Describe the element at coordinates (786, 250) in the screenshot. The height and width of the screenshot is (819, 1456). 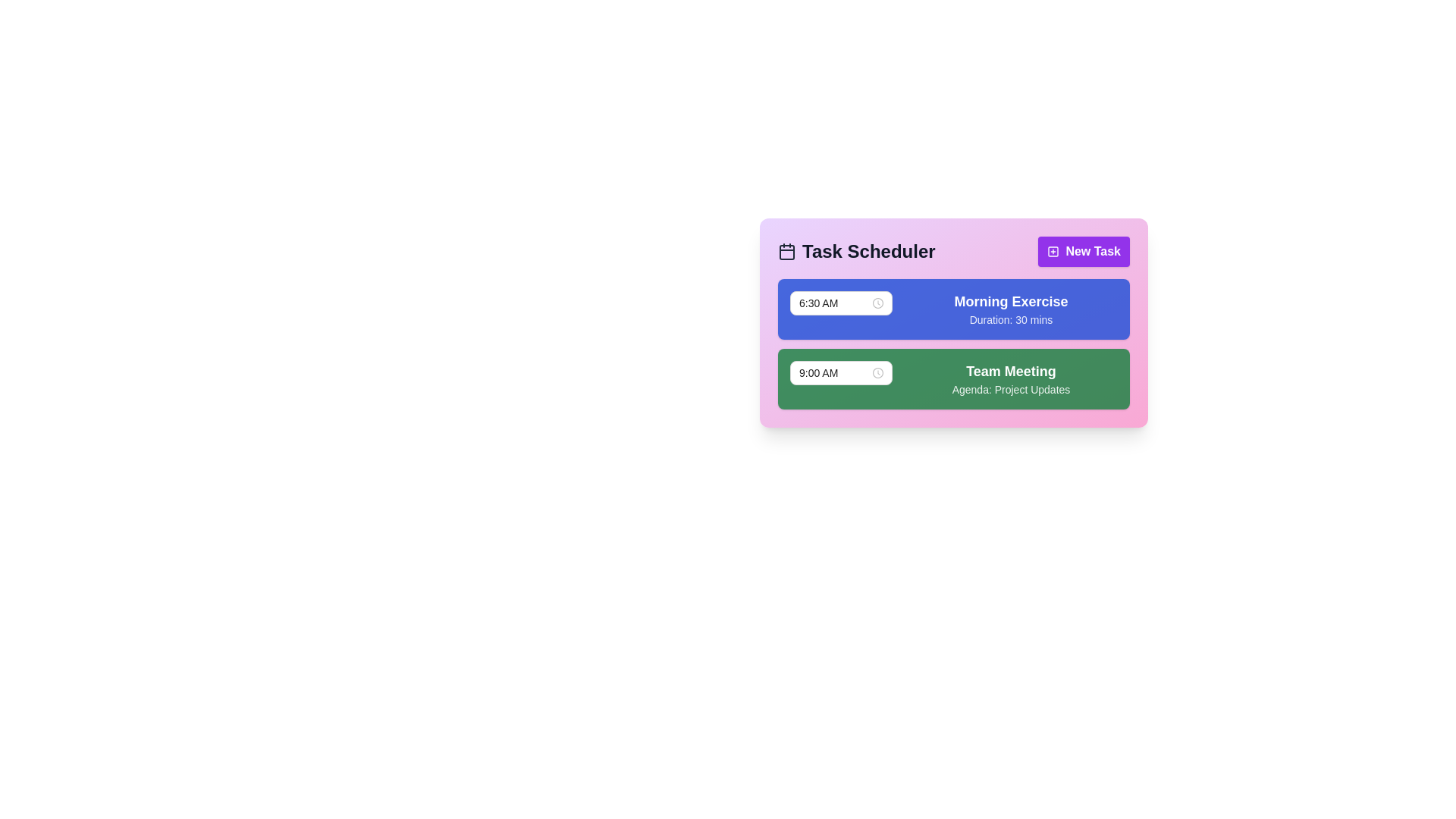
I see `the calendar icon located in the top-left corner of the Task Scheduler component, which has a grid-like structure and is aligned horizontally with the title text 'Task Scheduler'` at that location.